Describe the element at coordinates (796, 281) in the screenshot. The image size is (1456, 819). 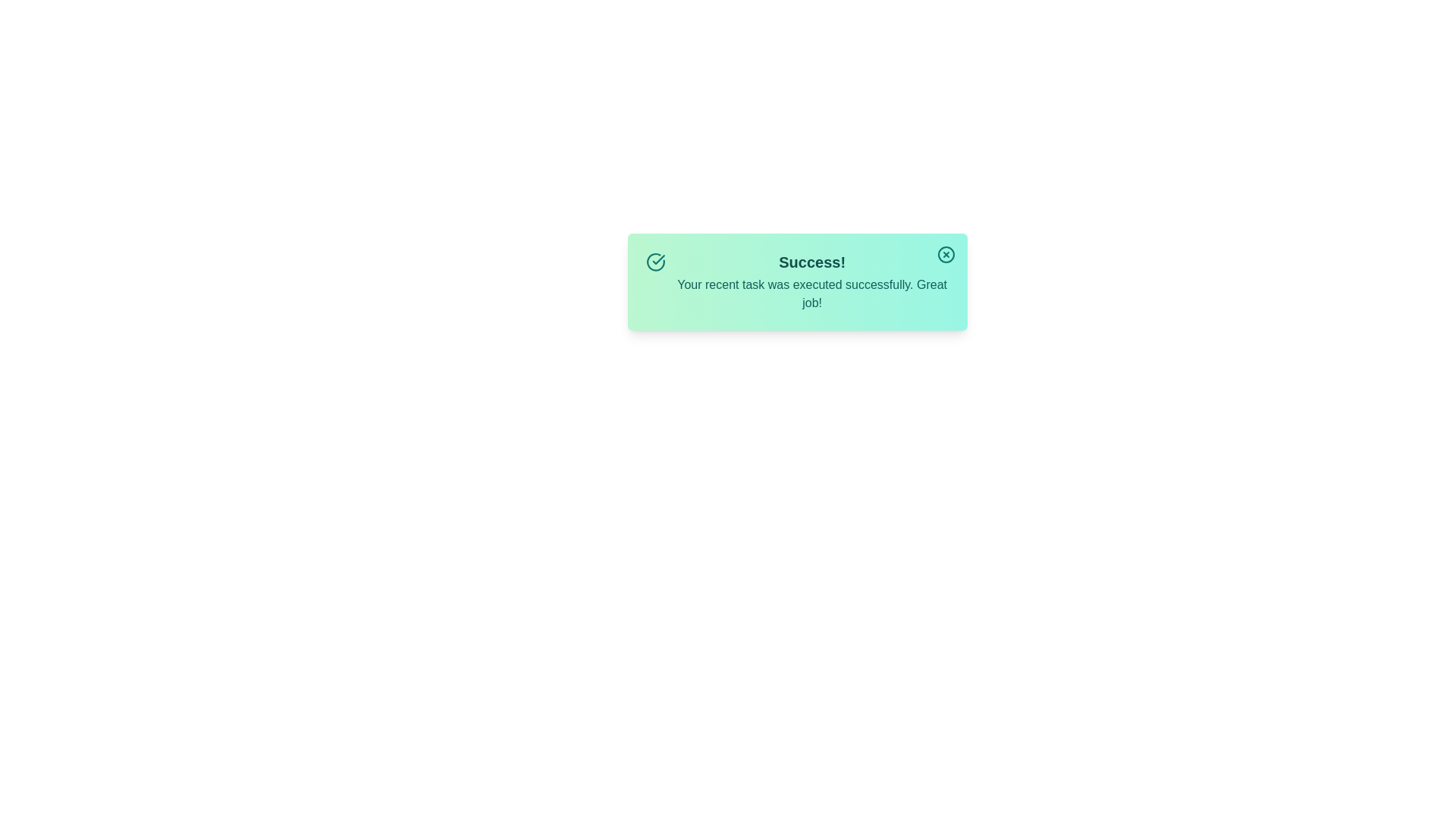
I see `the success message text displayed on the alert` at that location.